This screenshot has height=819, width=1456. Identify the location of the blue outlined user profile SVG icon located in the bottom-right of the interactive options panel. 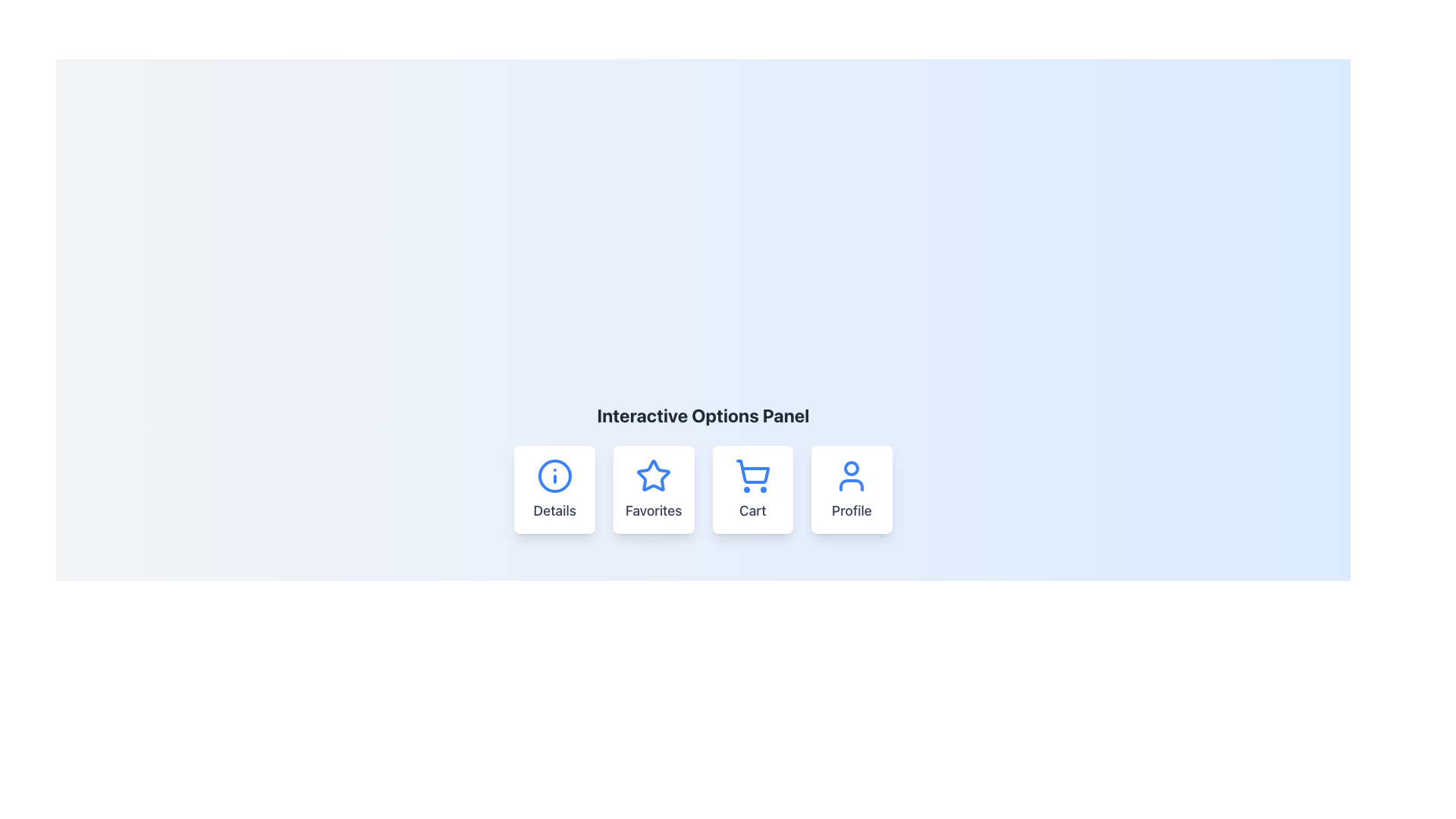
(852, 475).